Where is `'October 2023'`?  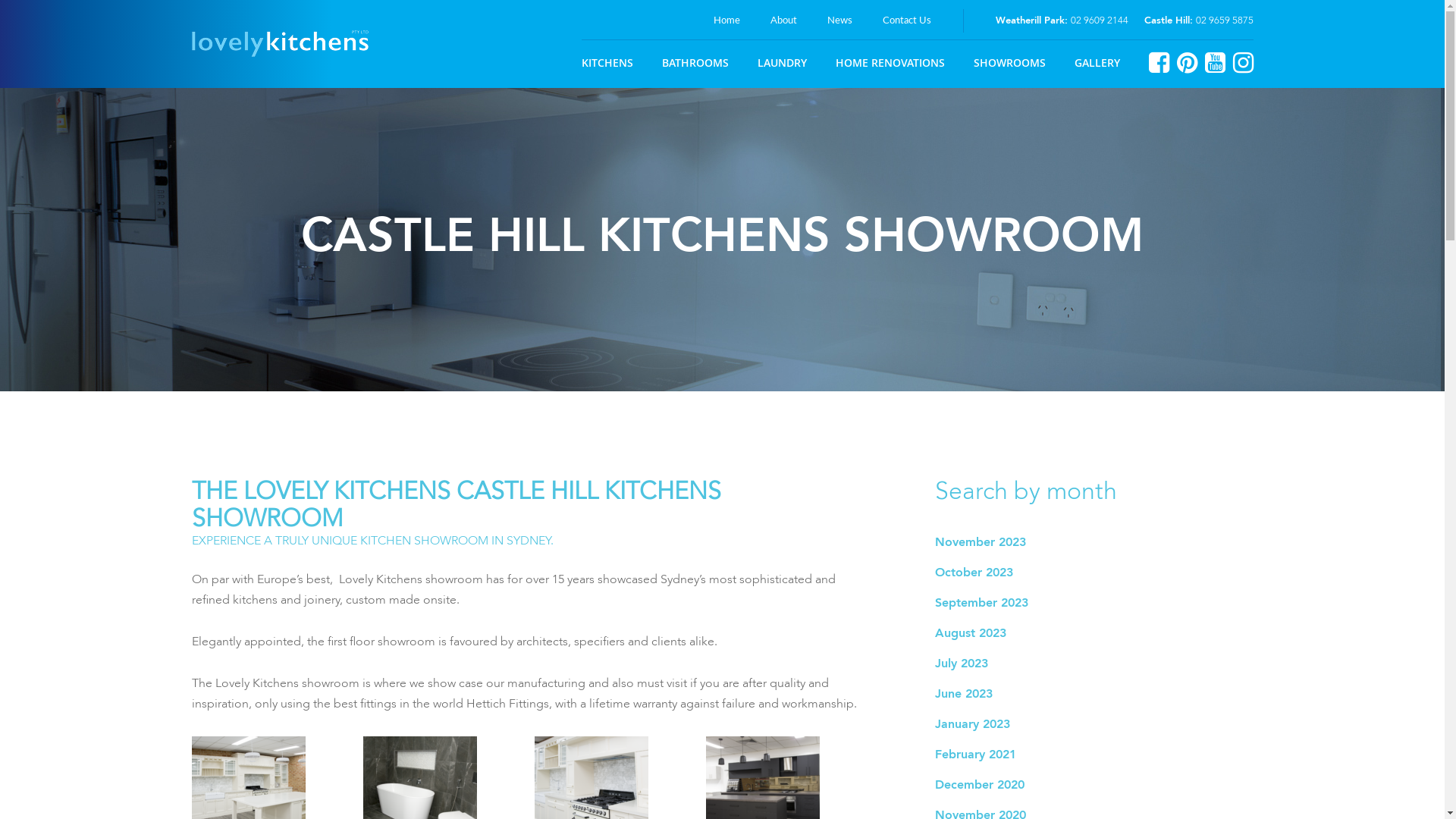
'October 2023' is located at coordinates (973, 573).